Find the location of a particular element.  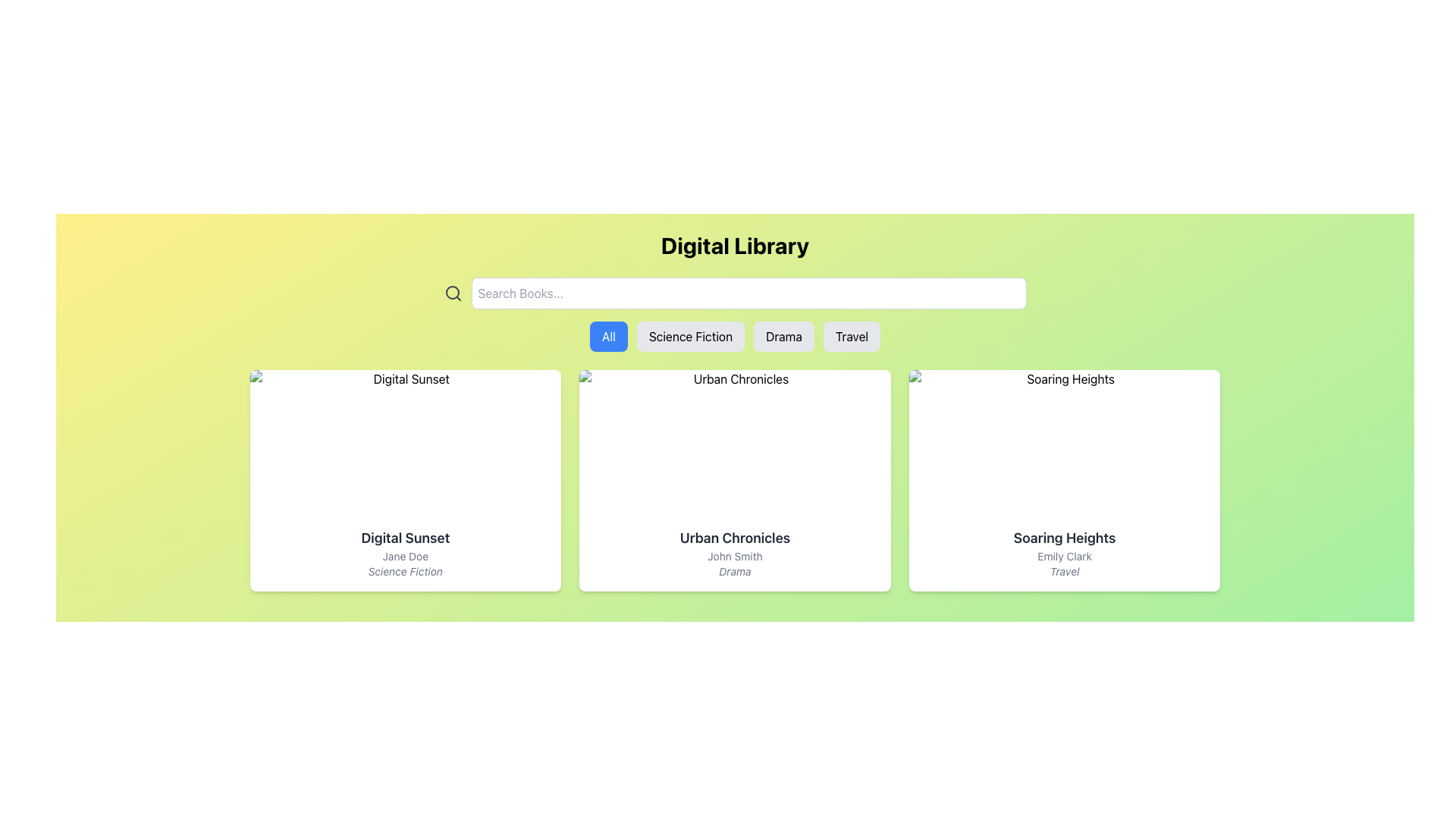

the text block containing 'Urban Chronicles', 'John Smith', and 'Drama' is located at coordinates (735, 553).